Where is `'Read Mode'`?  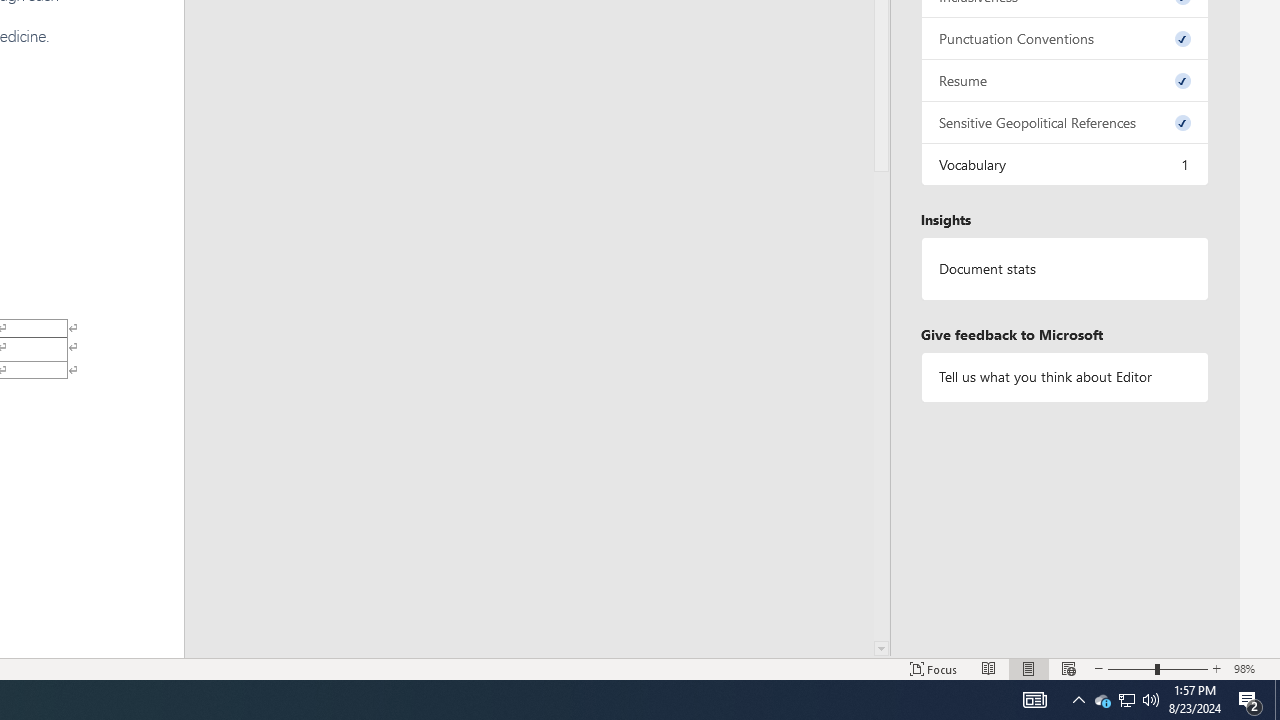 'Read Mode' is located at coordinates (988, 669).